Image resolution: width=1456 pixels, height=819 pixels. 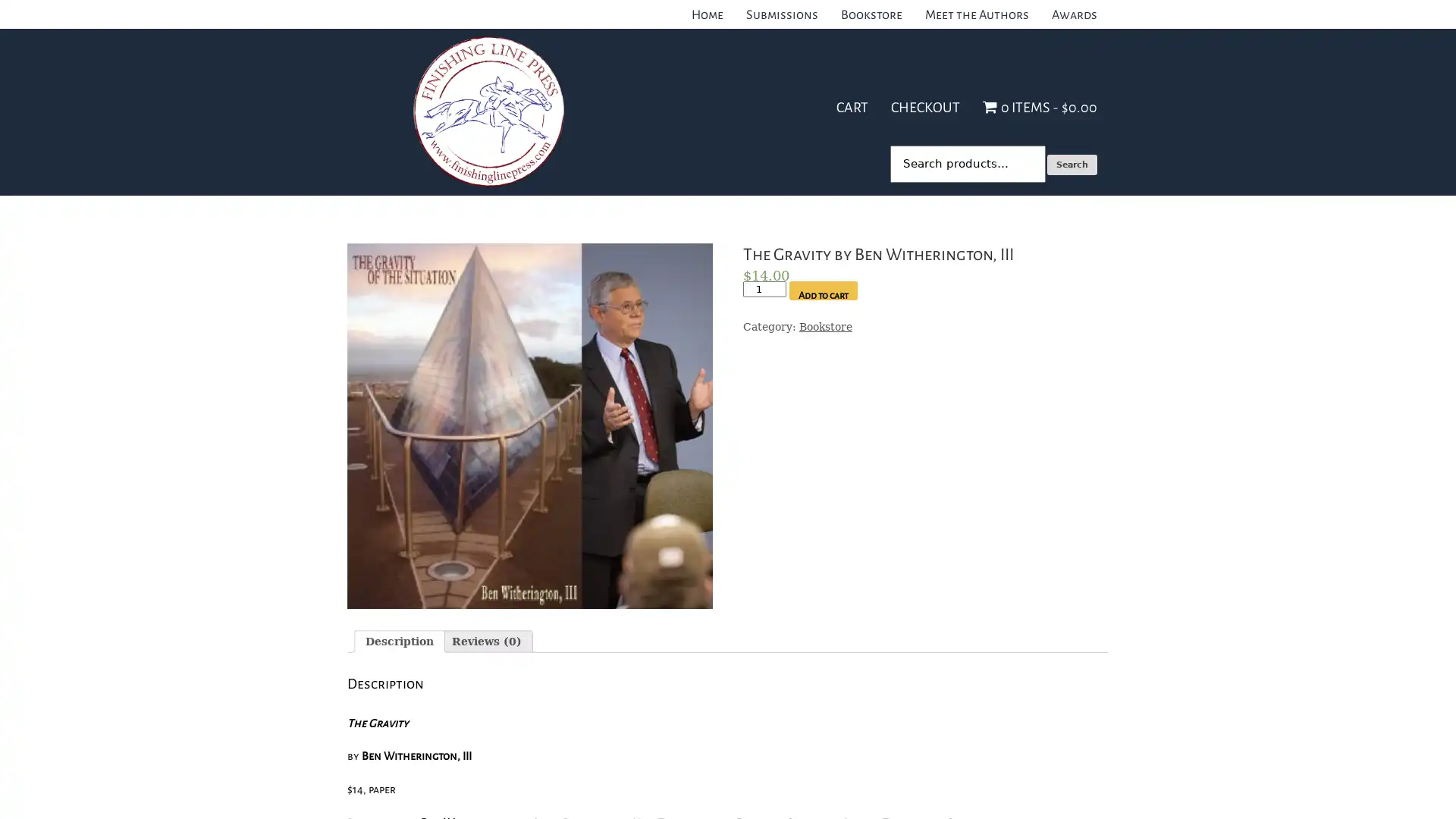 I want to click on Add to cart, so click(x=821, y=290).